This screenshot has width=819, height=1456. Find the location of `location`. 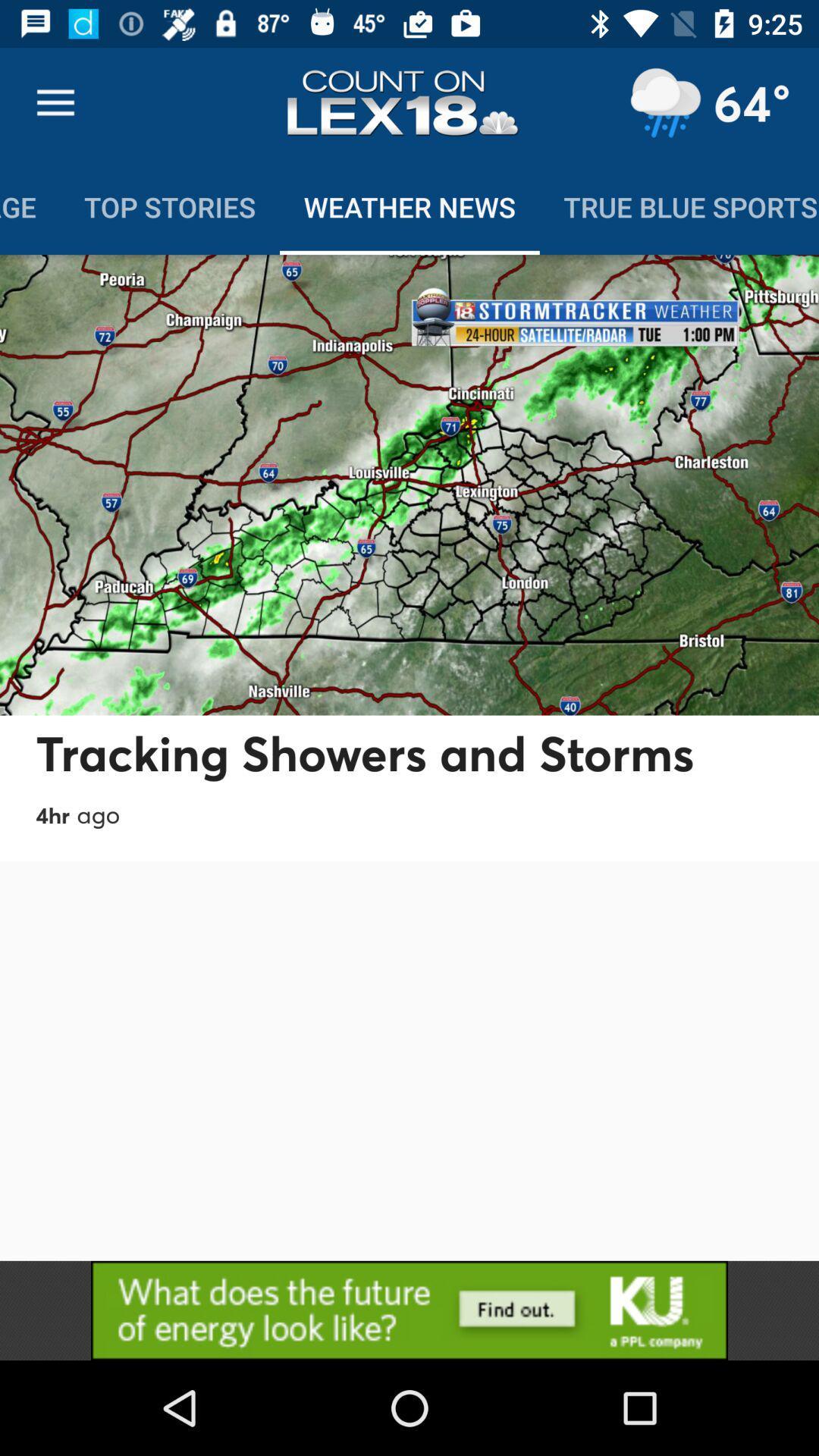

location is located at coordinates (664, 102).